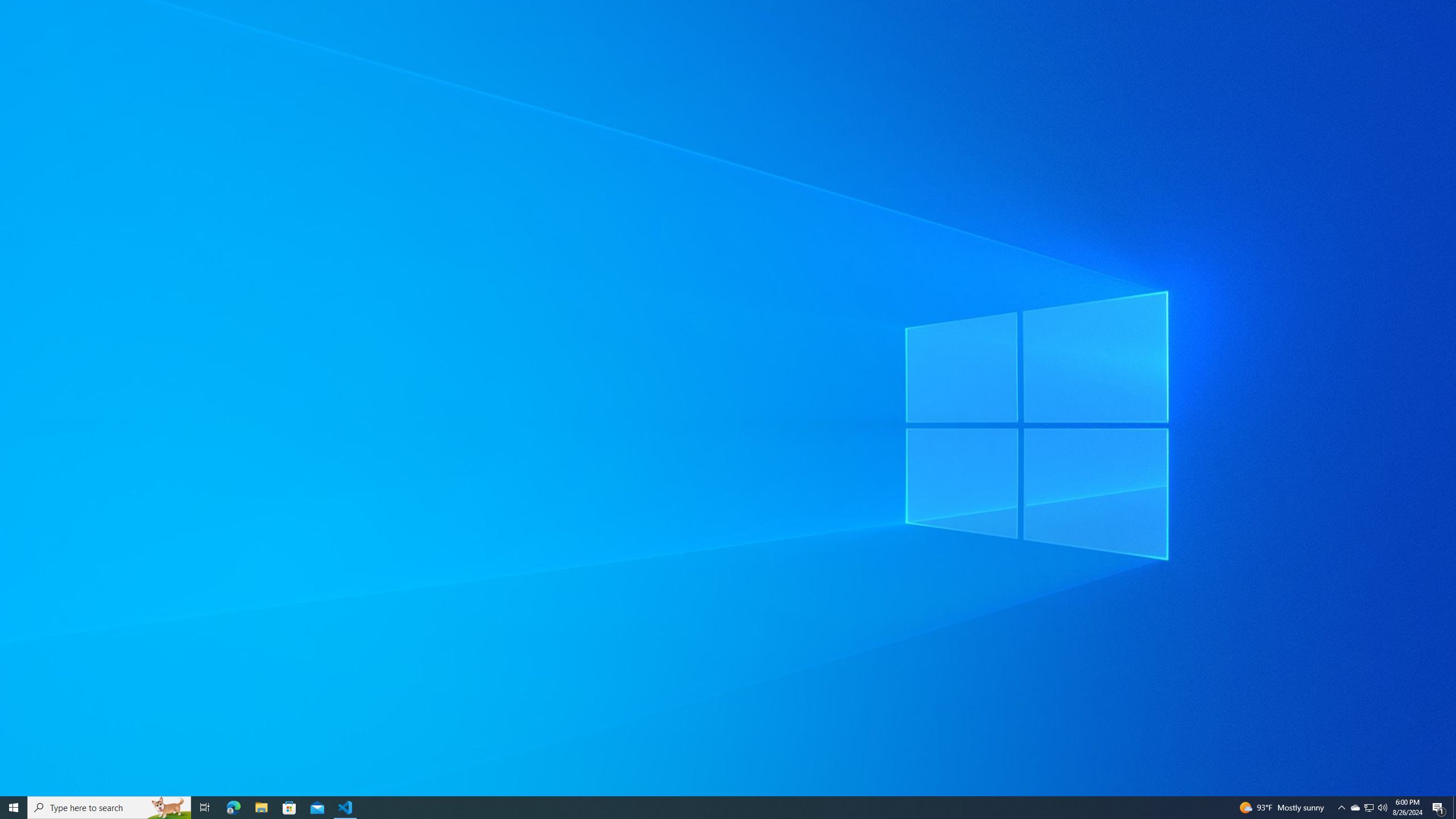 The width and height of the screenshot is (1456, 819). What do you see at coordinates (345, 806) in the screenshot?
I see `'Visual Studio Code - 1 running window'` at bounding box center [345, 806].